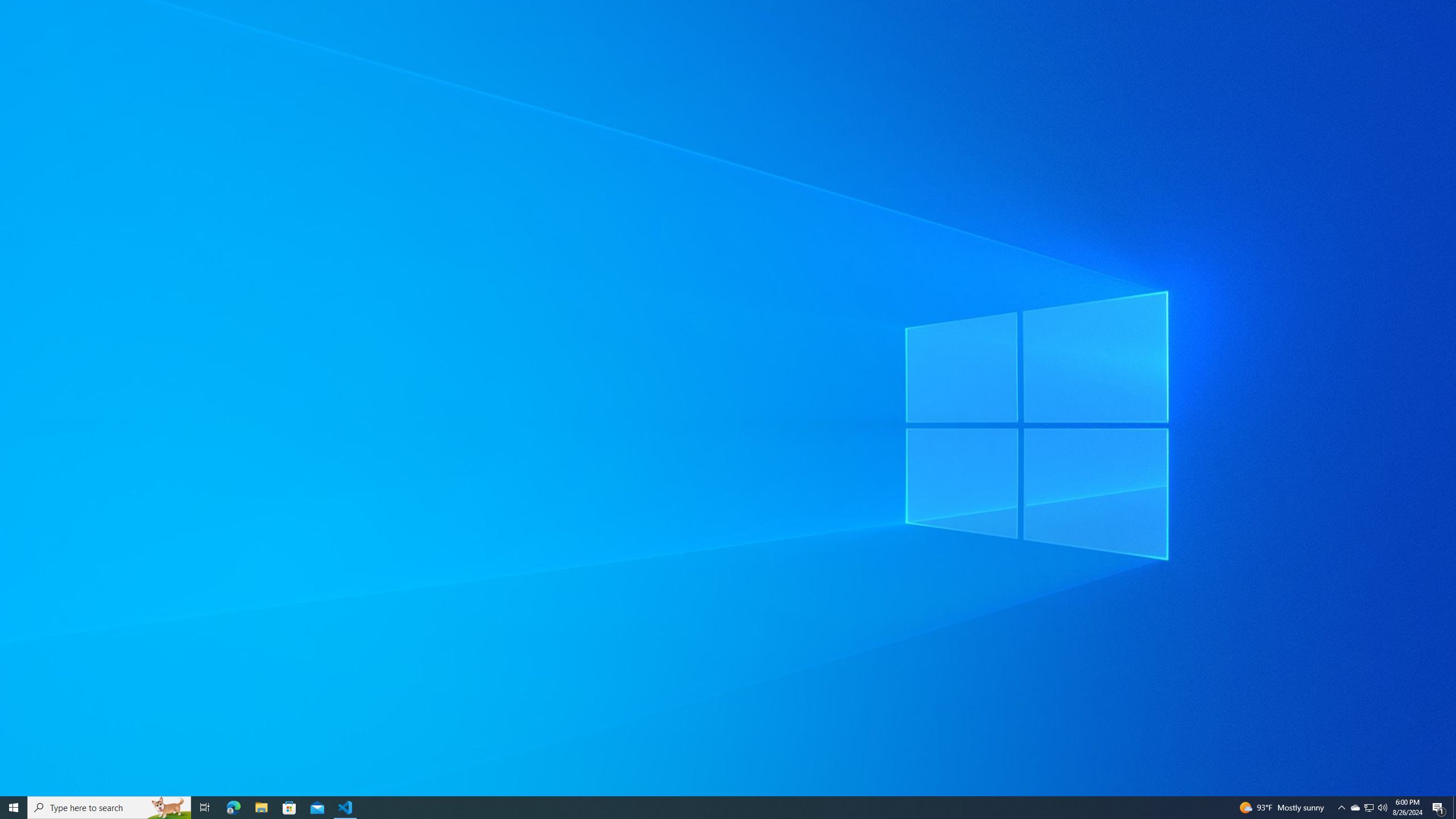 The width and height of the screenshot is (1456, 819). What do you see at coordinates (345, 806) in the screenshot?
I see `'Visual Studio Code - 1 running window'` at bounding box center [345, 806].